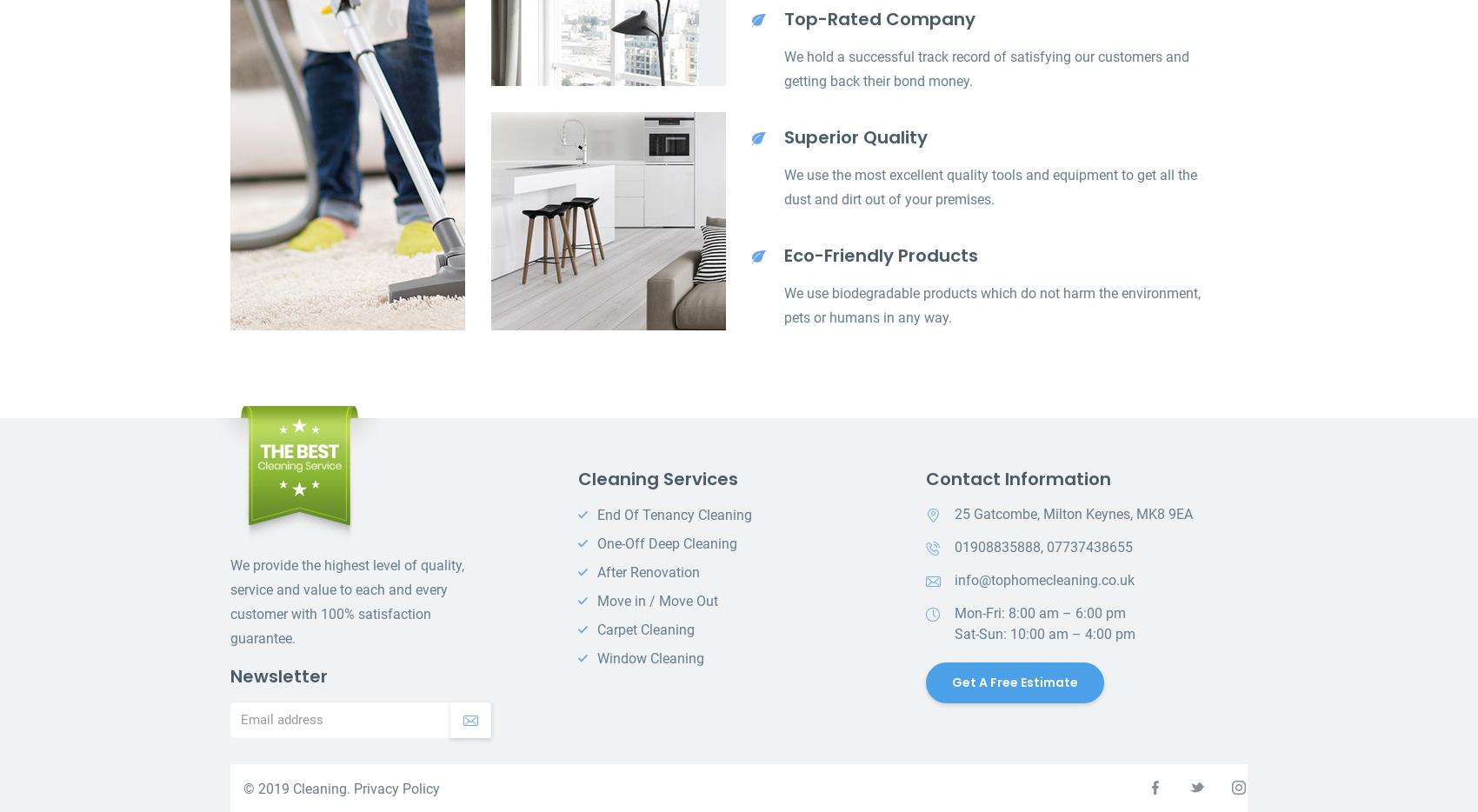 This screenshot has width=1478, height=812. I want to click on '07737438655', so click(1045, 547).